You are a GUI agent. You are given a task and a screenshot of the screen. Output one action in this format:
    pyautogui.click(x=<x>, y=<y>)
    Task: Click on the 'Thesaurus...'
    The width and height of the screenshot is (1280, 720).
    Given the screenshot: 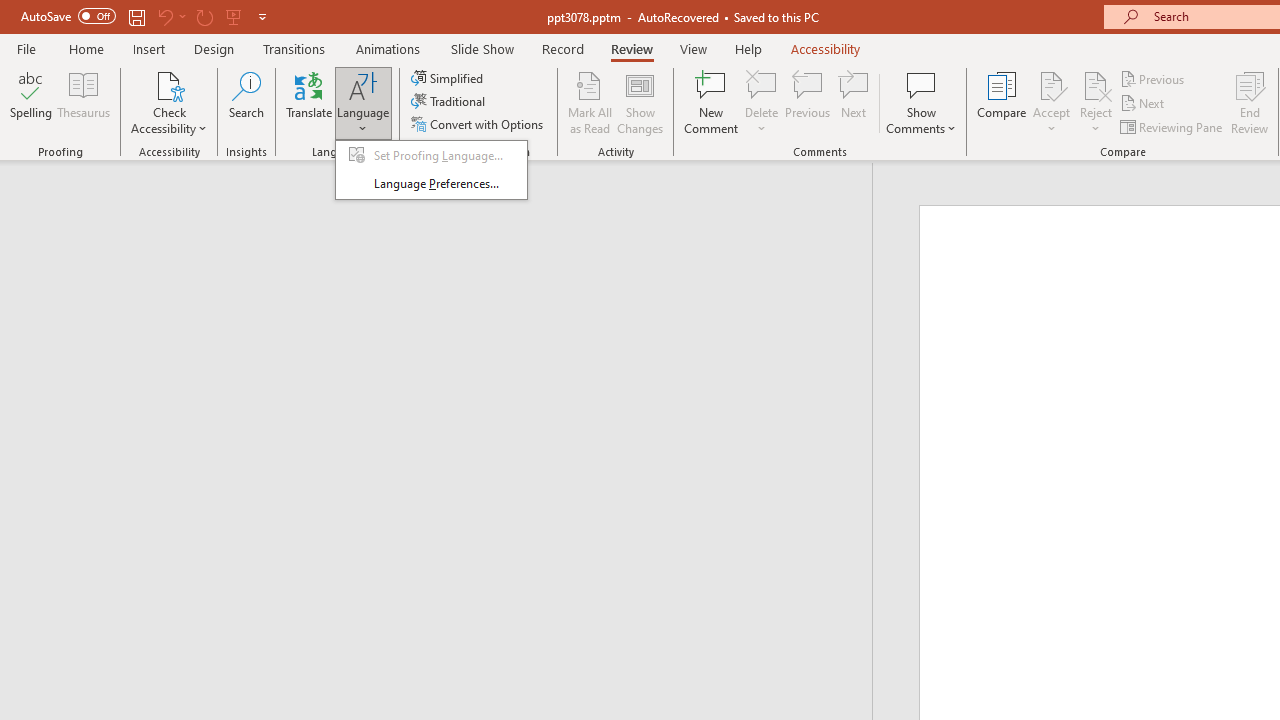 What is the action you would take?
    pyautogui.click(x=82, y=103)
    